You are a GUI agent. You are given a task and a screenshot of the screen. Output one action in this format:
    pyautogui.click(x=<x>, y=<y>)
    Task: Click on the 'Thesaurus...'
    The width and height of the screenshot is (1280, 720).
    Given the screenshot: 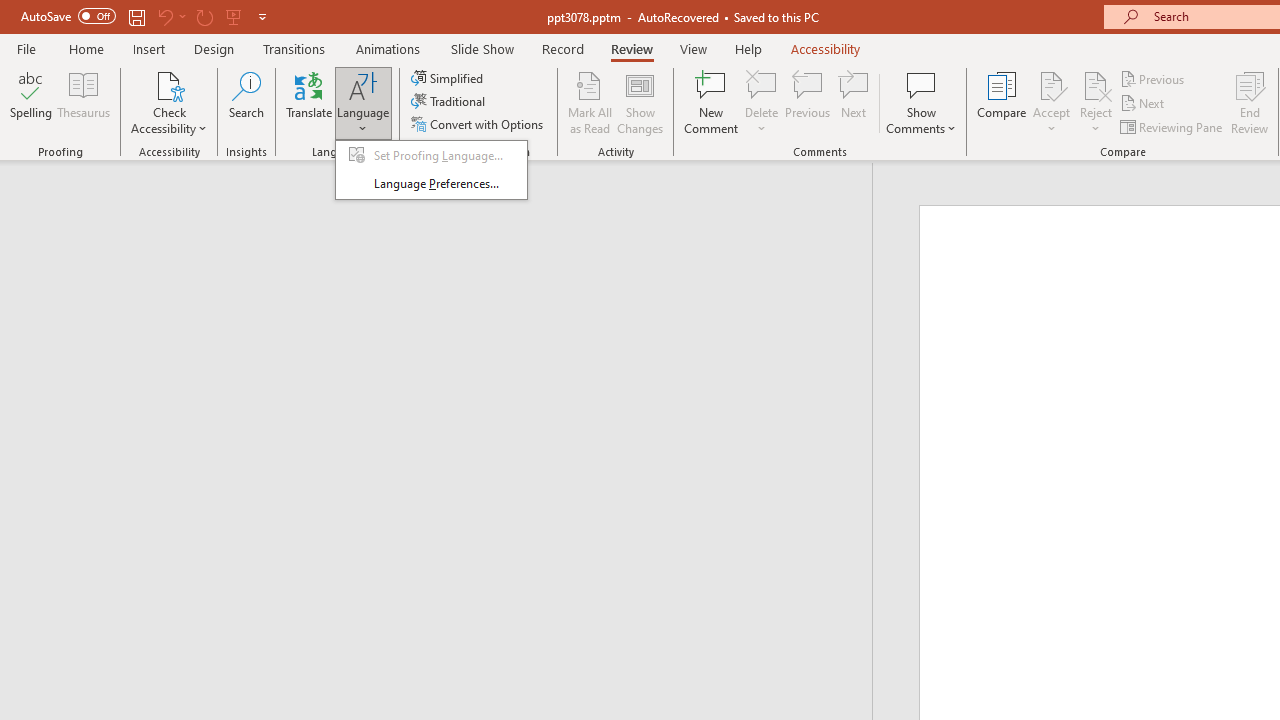 What is the action you would take?
    pyautogui.click(x=82, y=103)
    